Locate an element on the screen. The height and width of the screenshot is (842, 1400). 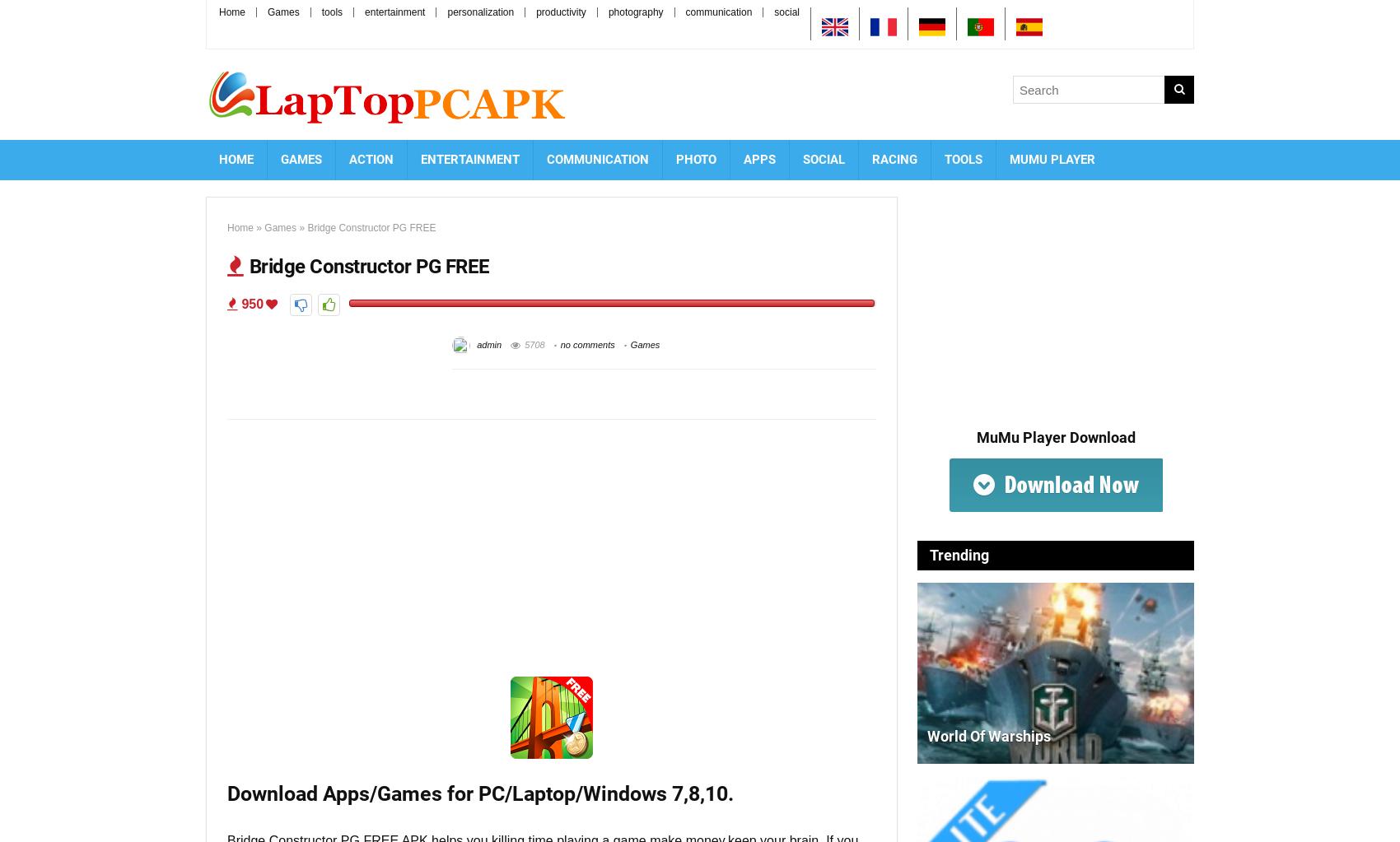
'World Of Warships' is located at coordinates (988, 736).